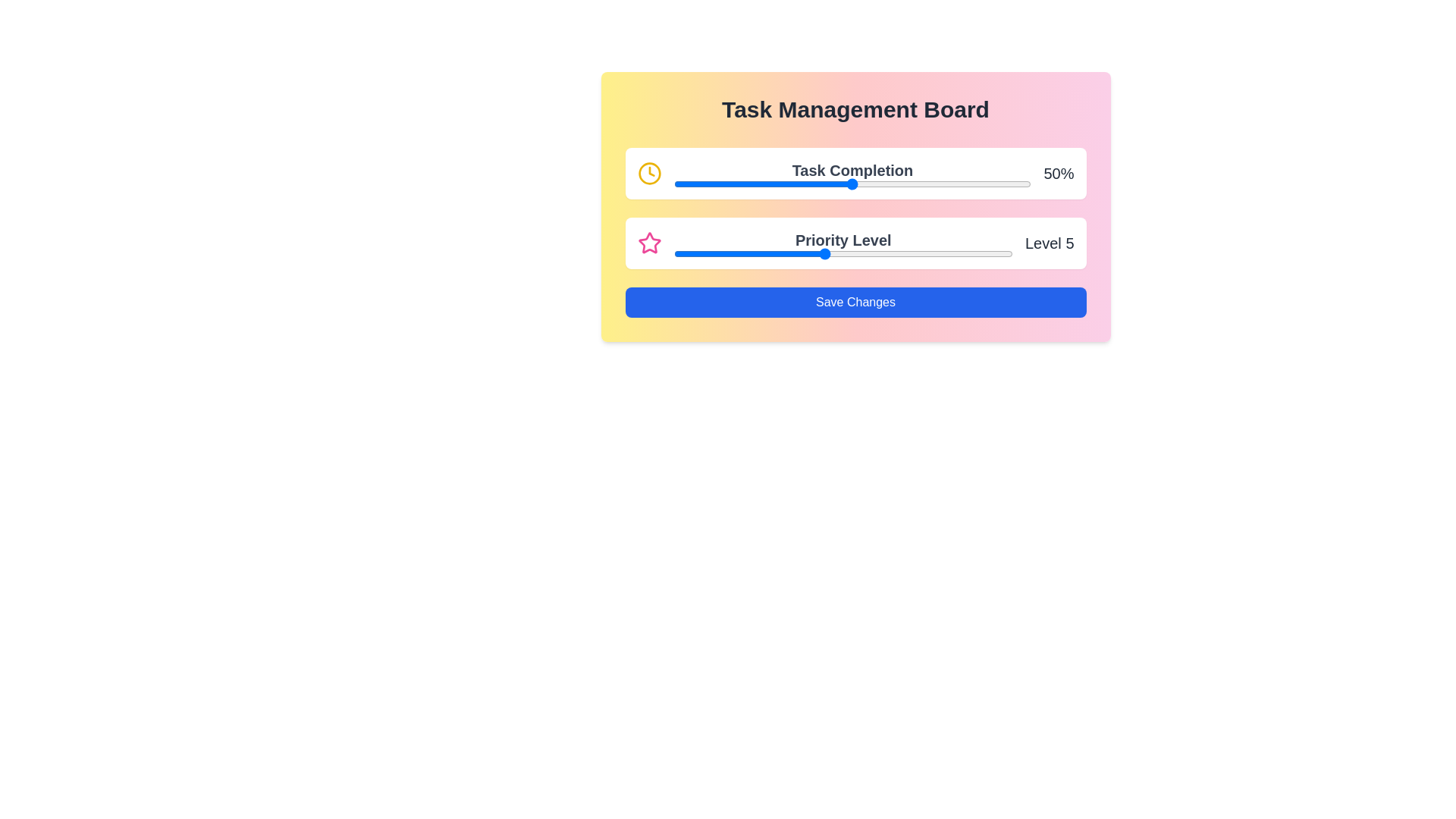 The width and height of the screenshot is (1456, 819). Describe the element at coordinates (726, 180) in the screenshot. I see `task completion` at that location.